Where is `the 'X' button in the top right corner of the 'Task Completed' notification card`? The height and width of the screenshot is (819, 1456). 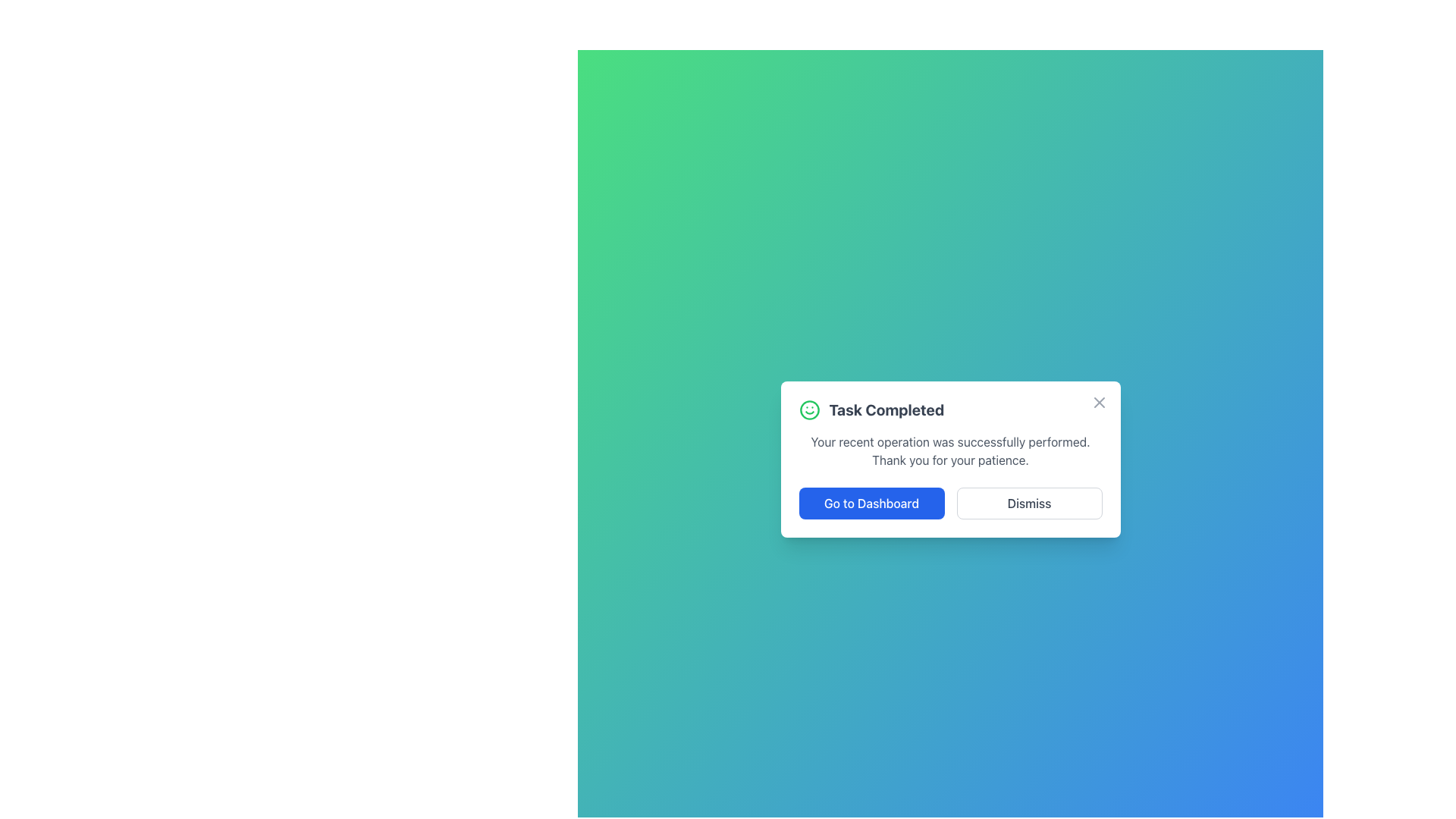 the 'X' button in the top right corner of the 'Task Completed' notification card is located at coordinates (1099, 402).